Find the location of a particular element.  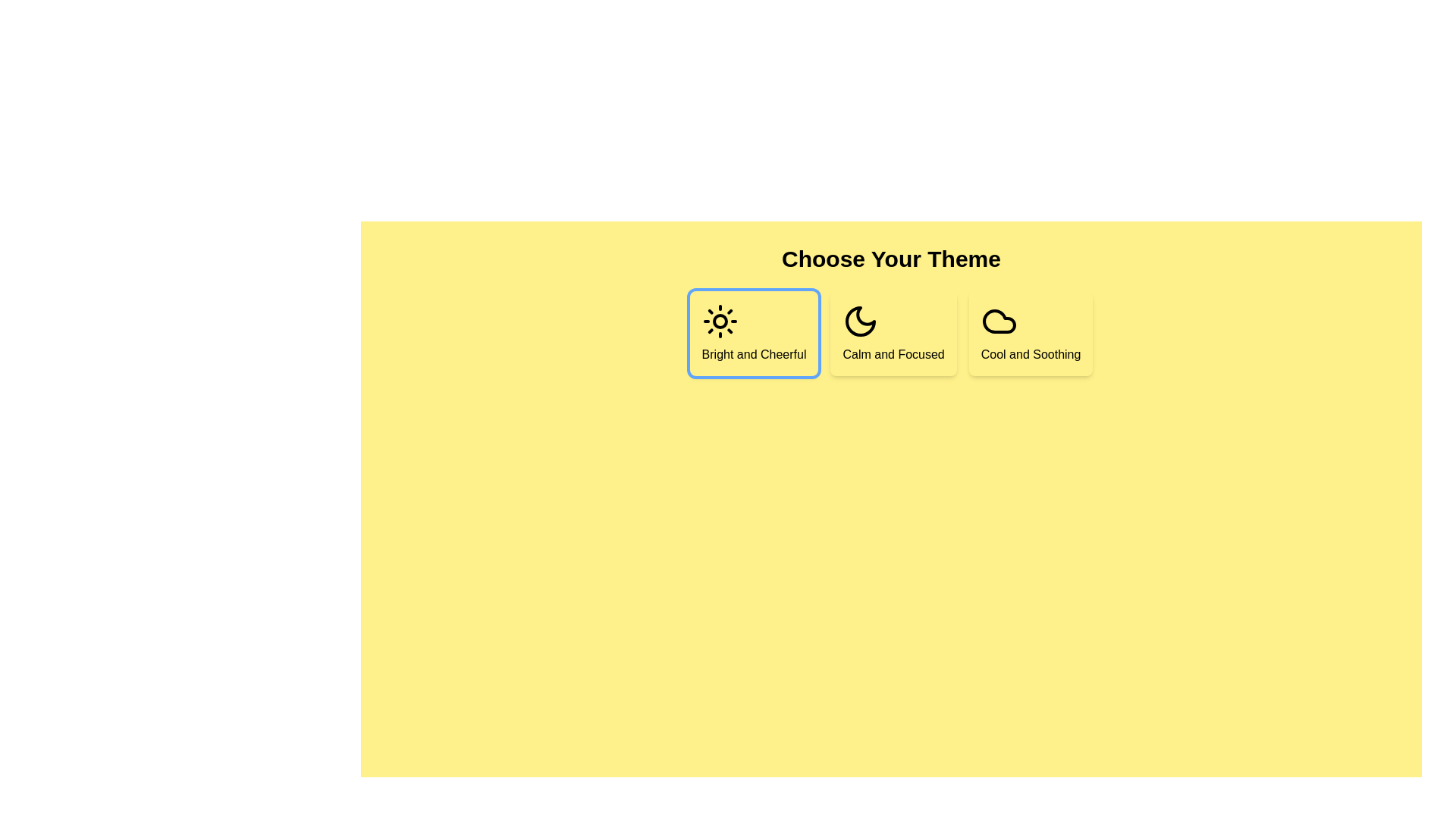

the button corresponding to the theme 'Bright and Cheerful' is located at coordinates (754, 332).